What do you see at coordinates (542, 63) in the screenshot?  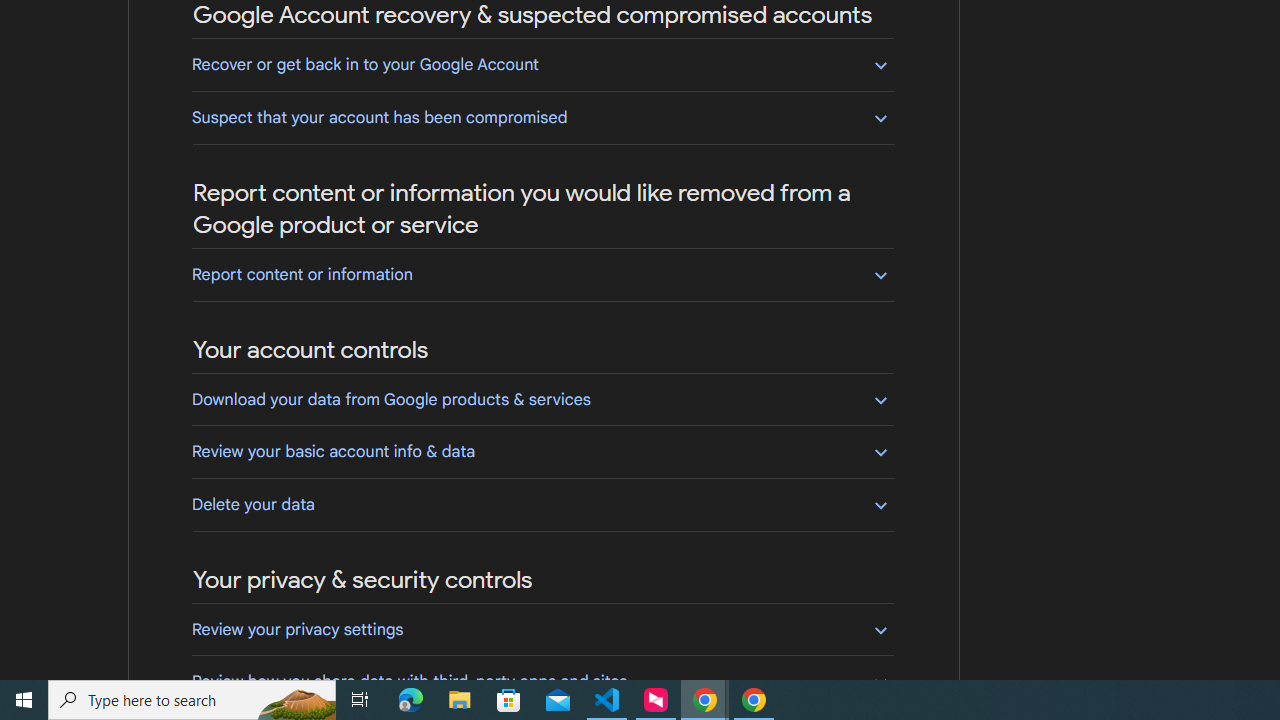 I see `'Recover or get back in to your Google Account'` at bounding box center [542, 63].